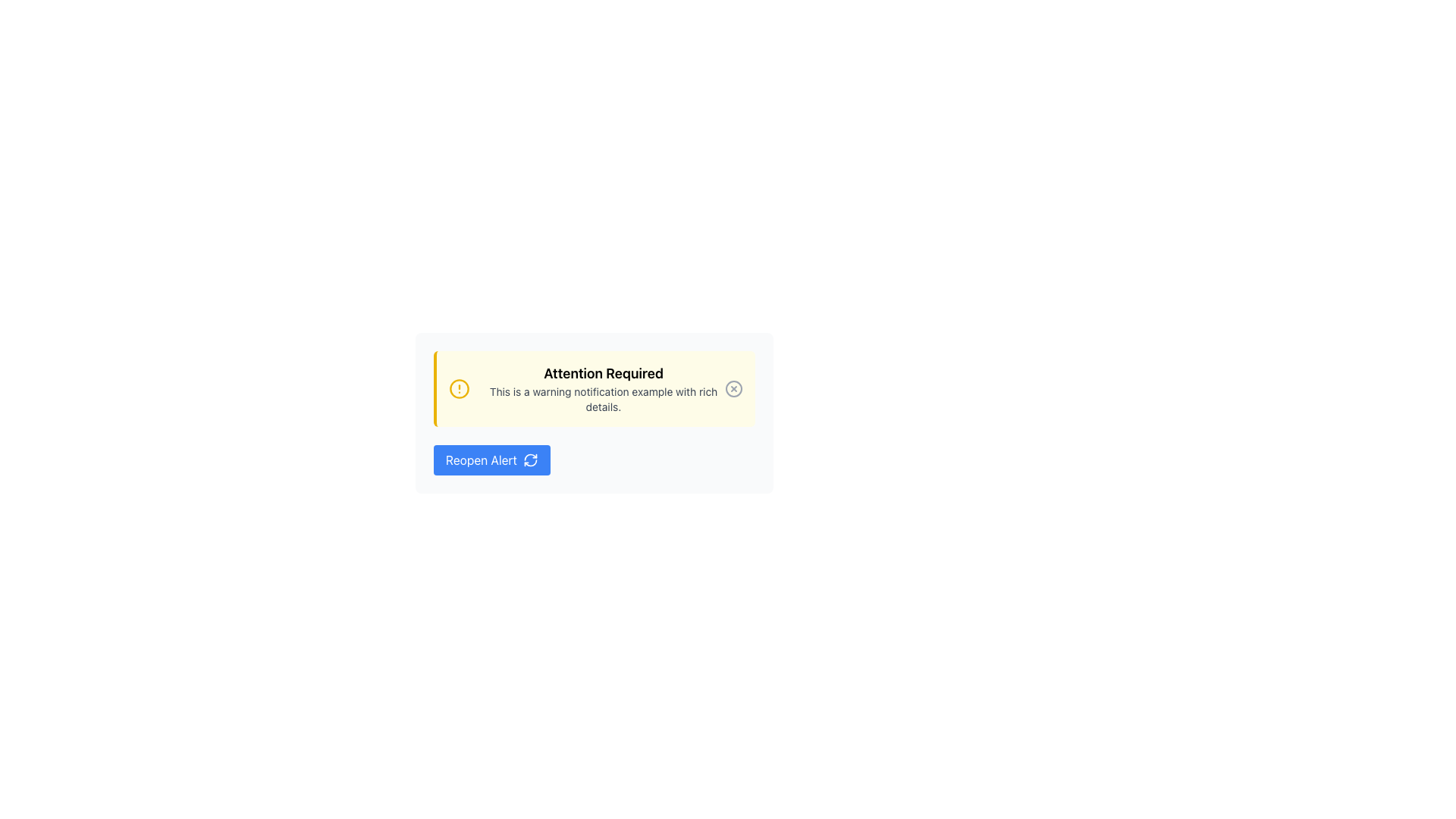 Image resolution: width=1456 pixels, height=819 pixels. I want to click on text of the static label that serves as the title of the warning notification box, positioned above the detailed message within the notification card, so click(603, 374).